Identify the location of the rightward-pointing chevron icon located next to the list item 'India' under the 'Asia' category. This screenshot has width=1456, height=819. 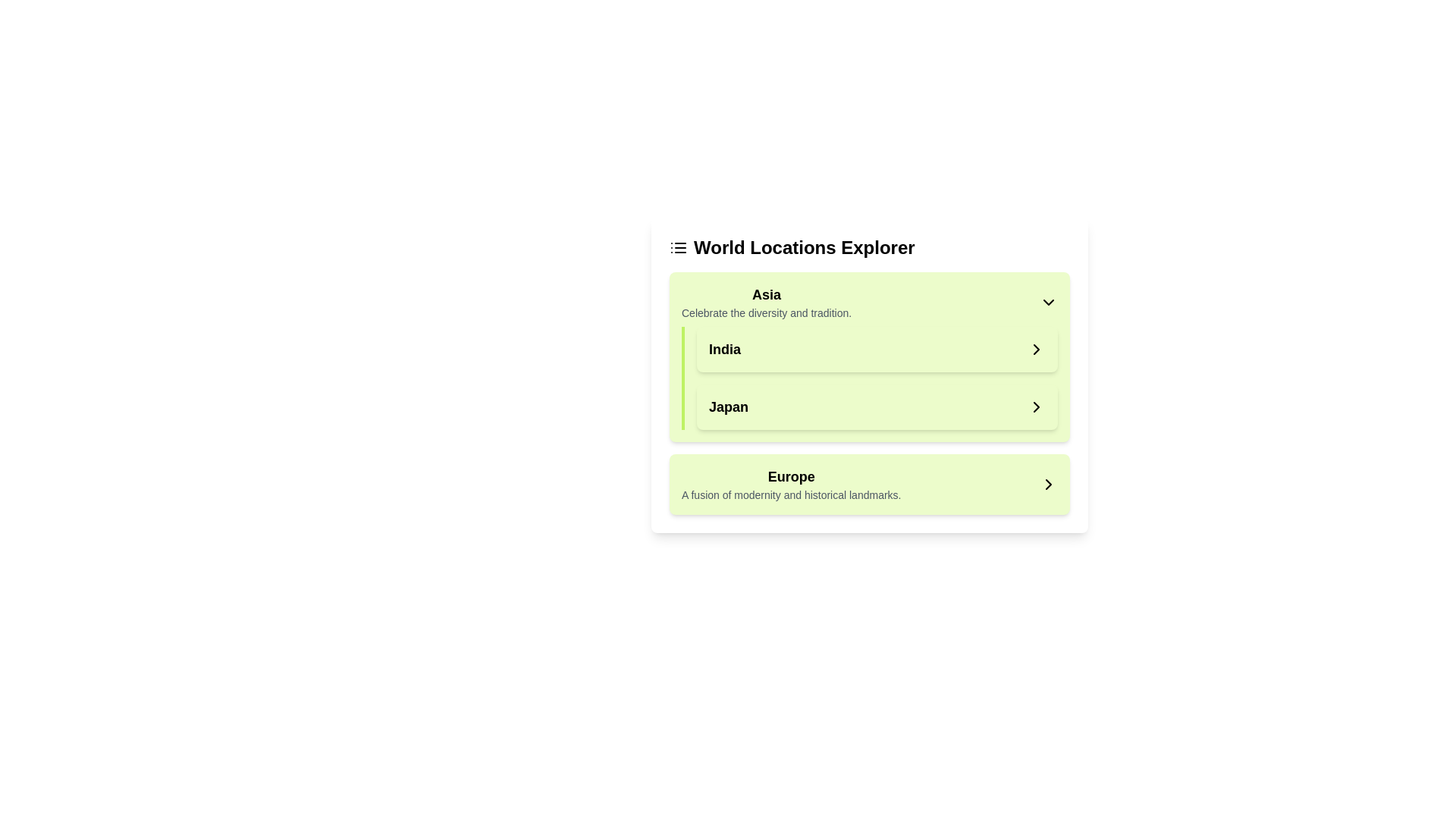
(1036, 350).